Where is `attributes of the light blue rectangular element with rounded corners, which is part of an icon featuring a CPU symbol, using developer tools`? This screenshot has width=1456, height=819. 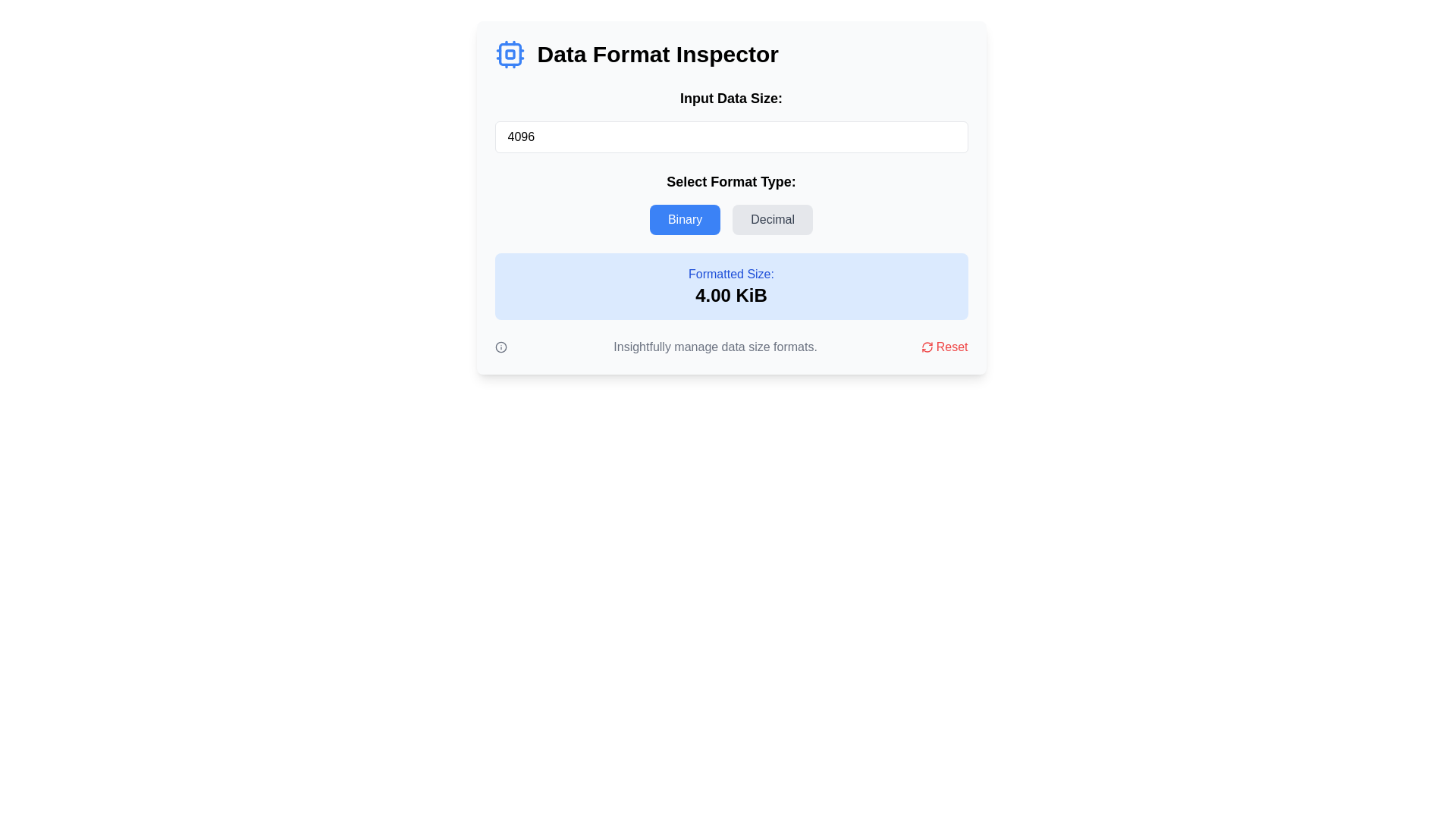
attributes of the light blue rectangular element with rounded corners, which is part of an icon featuring a CPU symbol, using developer tools is located at coordinates (510, 54).